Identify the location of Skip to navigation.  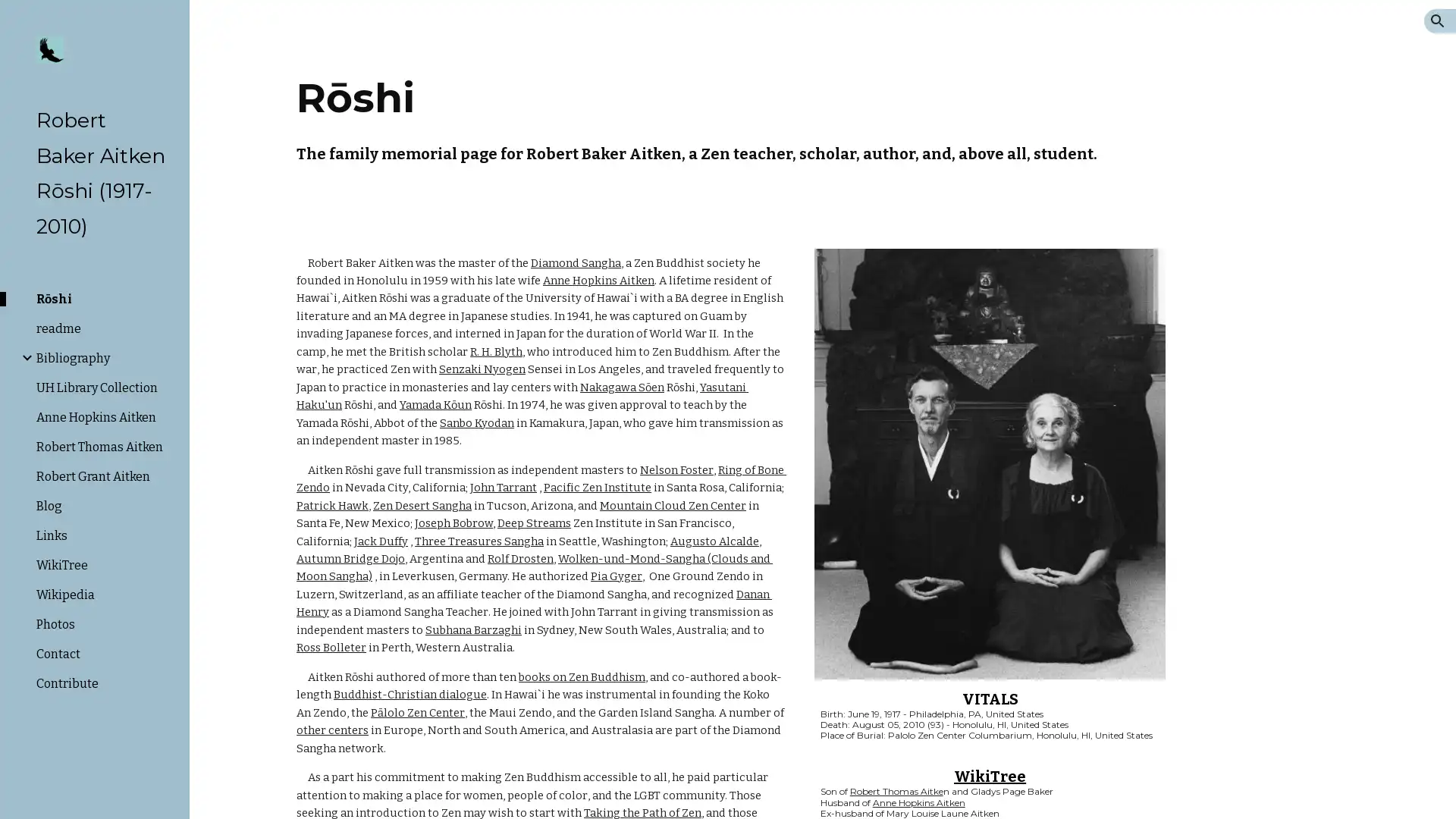
(864, 28).